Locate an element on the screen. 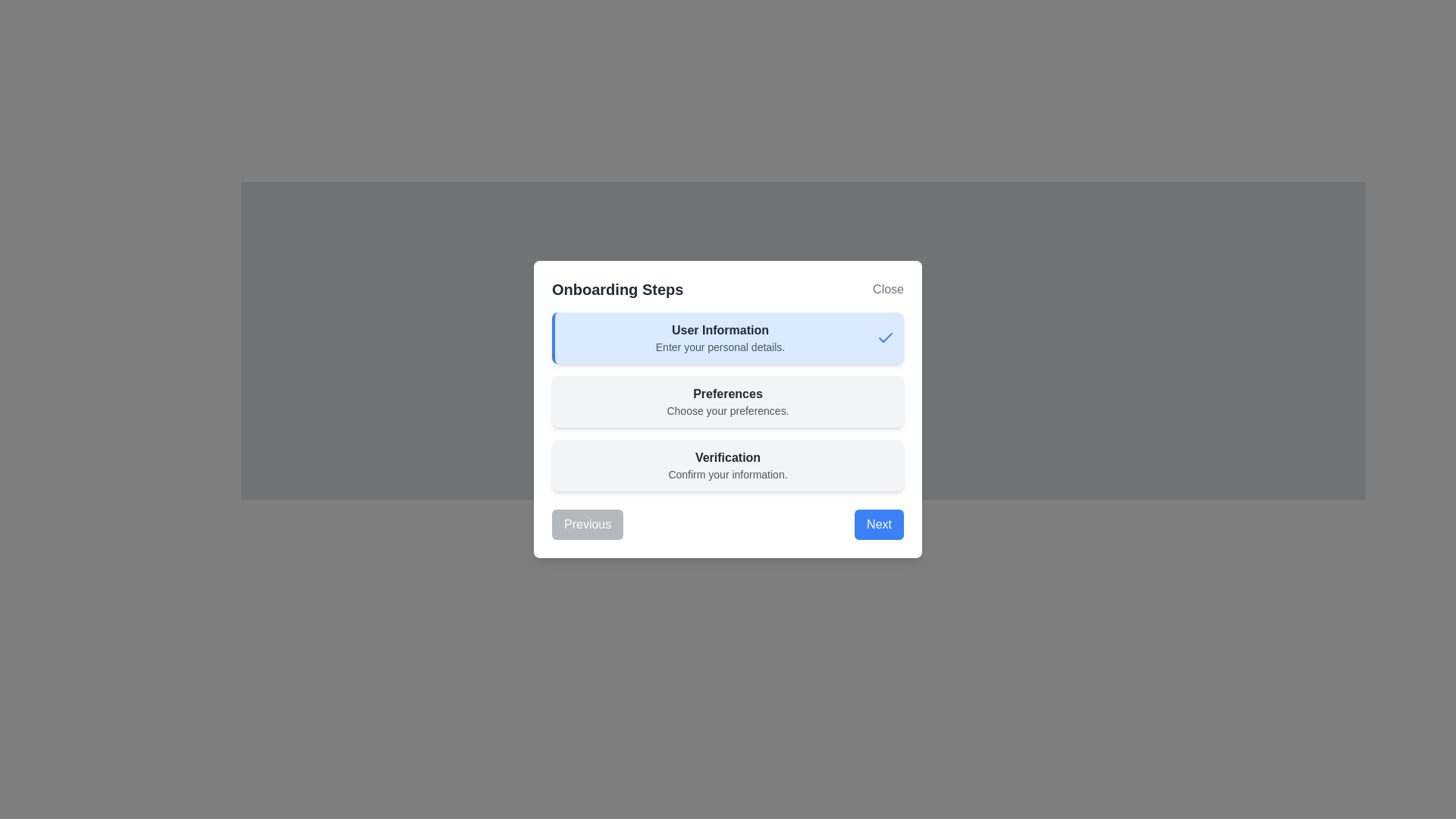 Image resolution: width=1456 pixels, height=819 pixels. the 'Previous' button, which is a rectangular button with rounded corners displaying white text on a gray background, located at the bottom left of the modal dialog is located at coordinates (587, 523).